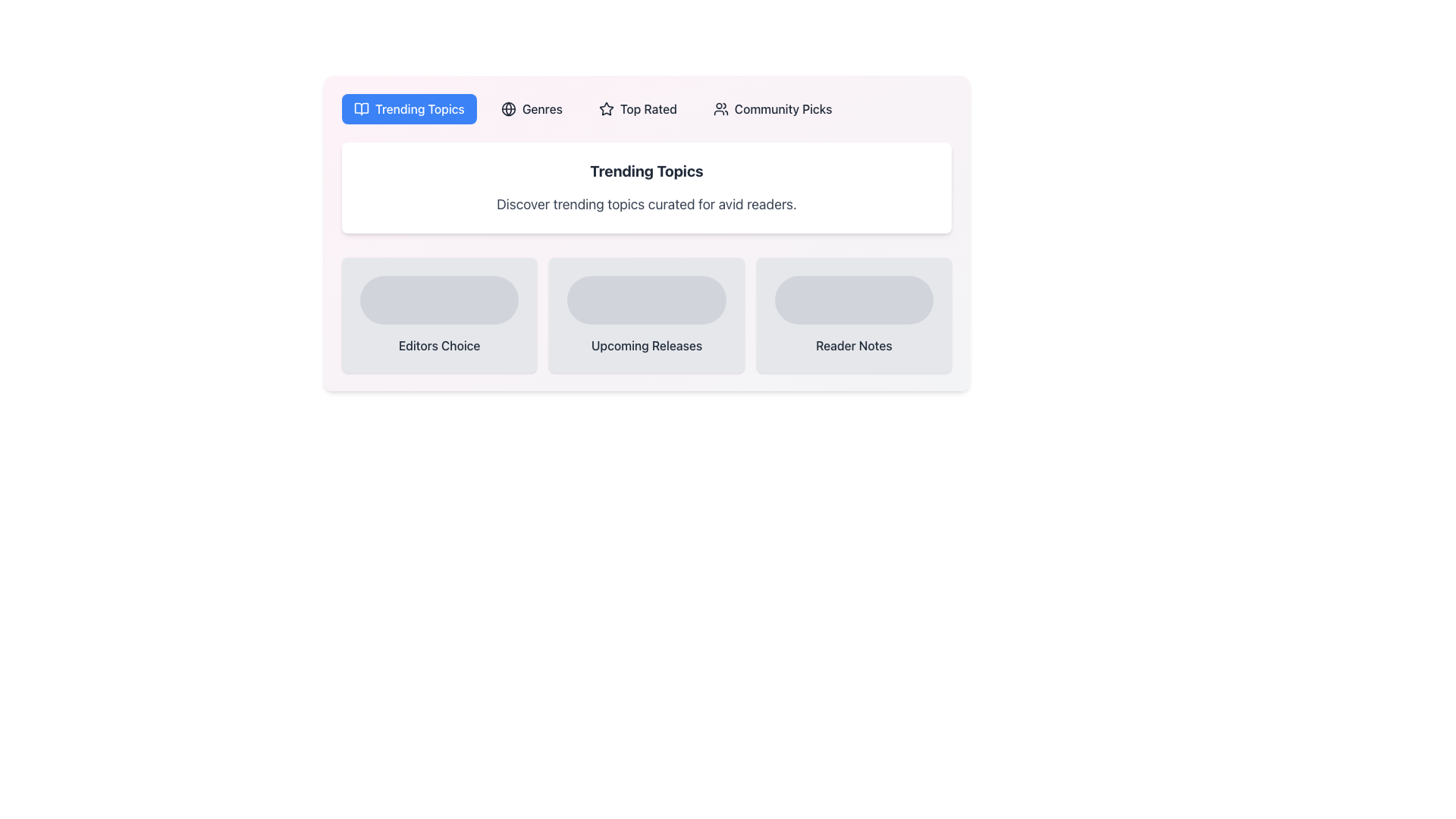  I want to click on text label 'Top Rated' within the button component, which is styled with a slightly bolded, dark gray font and is located between the 'Genres' button and the 'Community Picks' button in the horizontal navigation menu, so click(648, 108).